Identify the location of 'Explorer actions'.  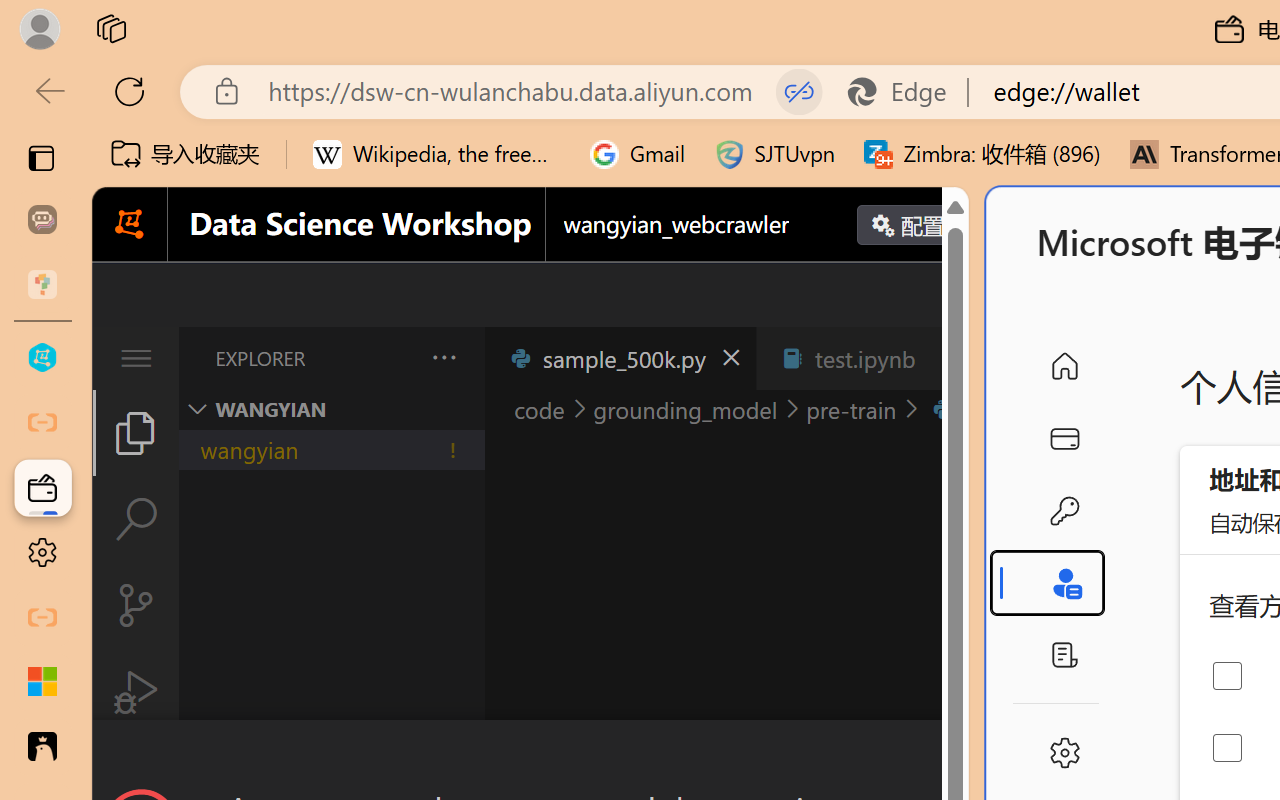
(391, 358).